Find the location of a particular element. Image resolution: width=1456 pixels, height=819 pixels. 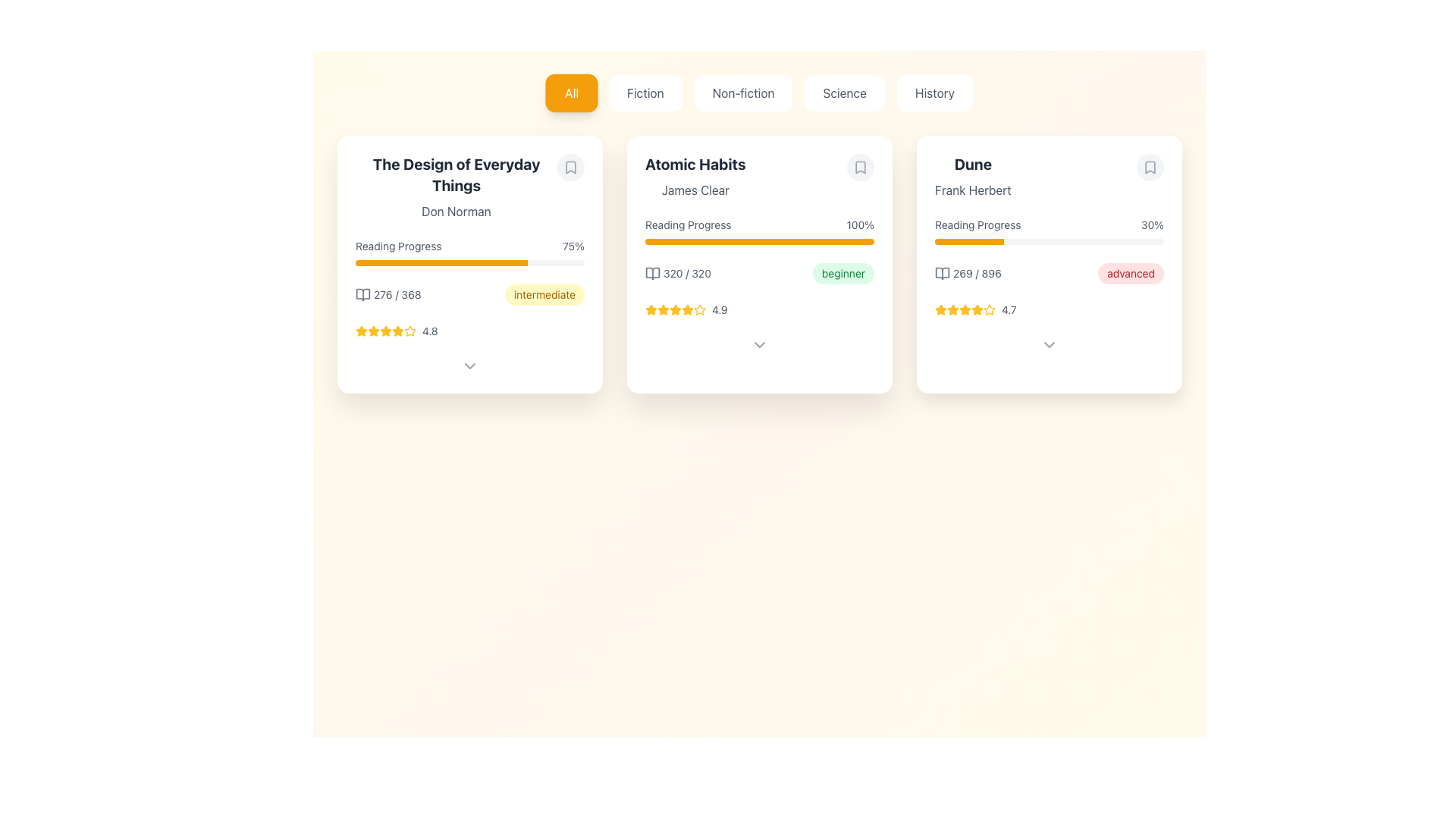

the second star in the 5-star rating system is located at coordinates (952, 309).